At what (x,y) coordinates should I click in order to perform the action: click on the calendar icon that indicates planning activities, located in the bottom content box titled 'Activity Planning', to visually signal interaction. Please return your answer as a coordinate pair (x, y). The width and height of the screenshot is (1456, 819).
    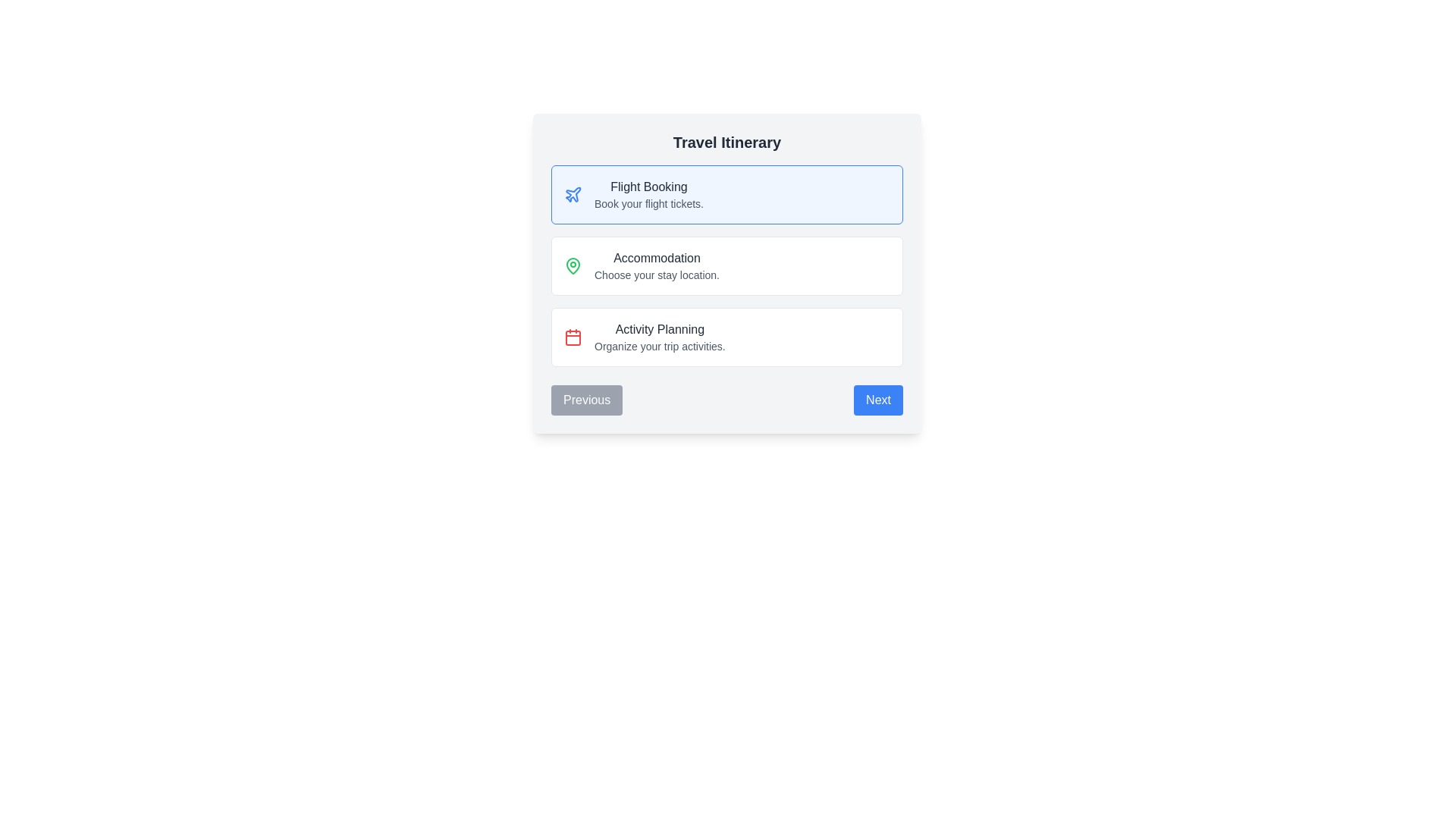
    Looking at the image, I should click on (572, 336).